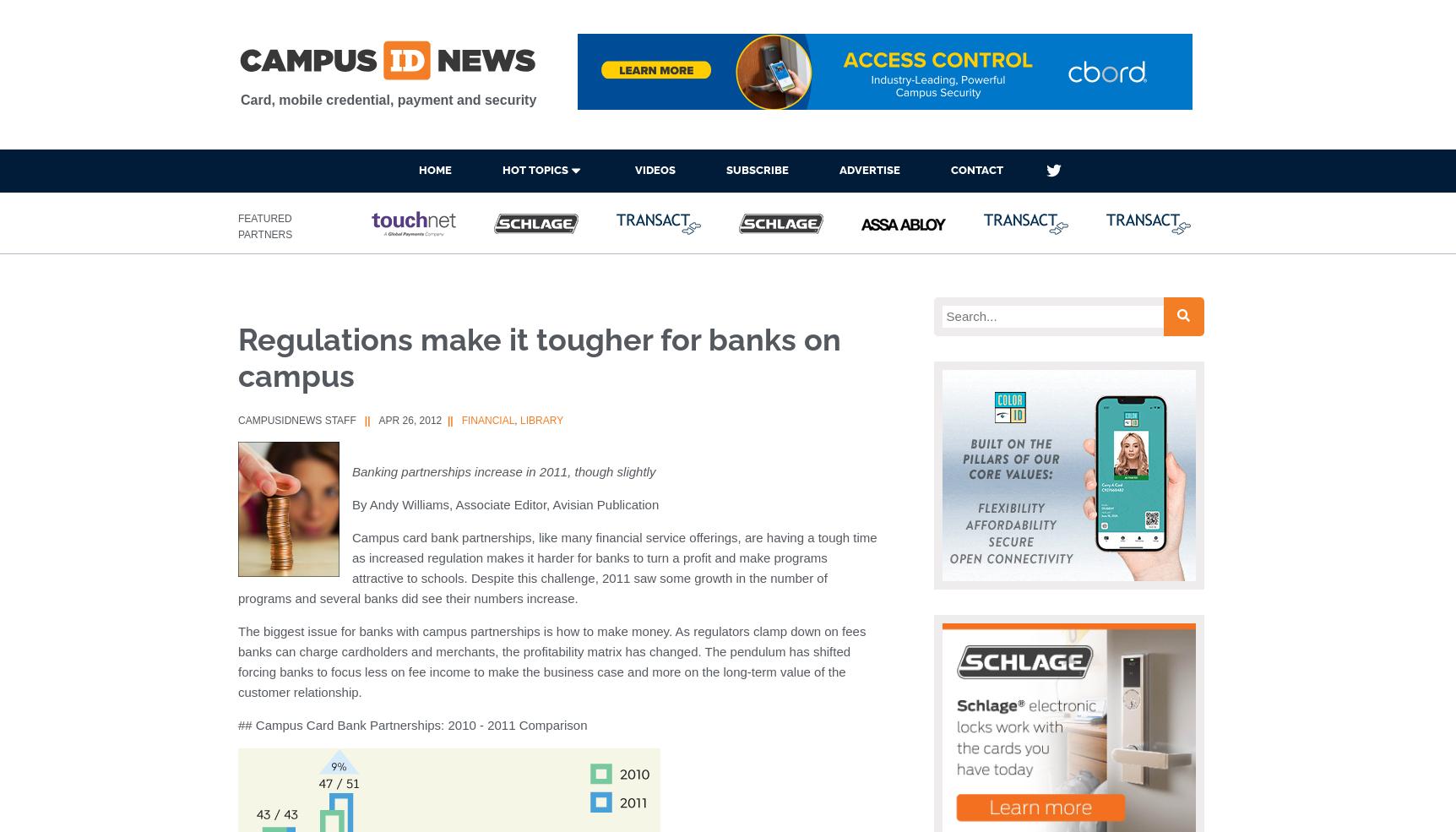 The image size is (1456, 832). I want to click on 'CampusIDNews Staff', so click(237, 421).